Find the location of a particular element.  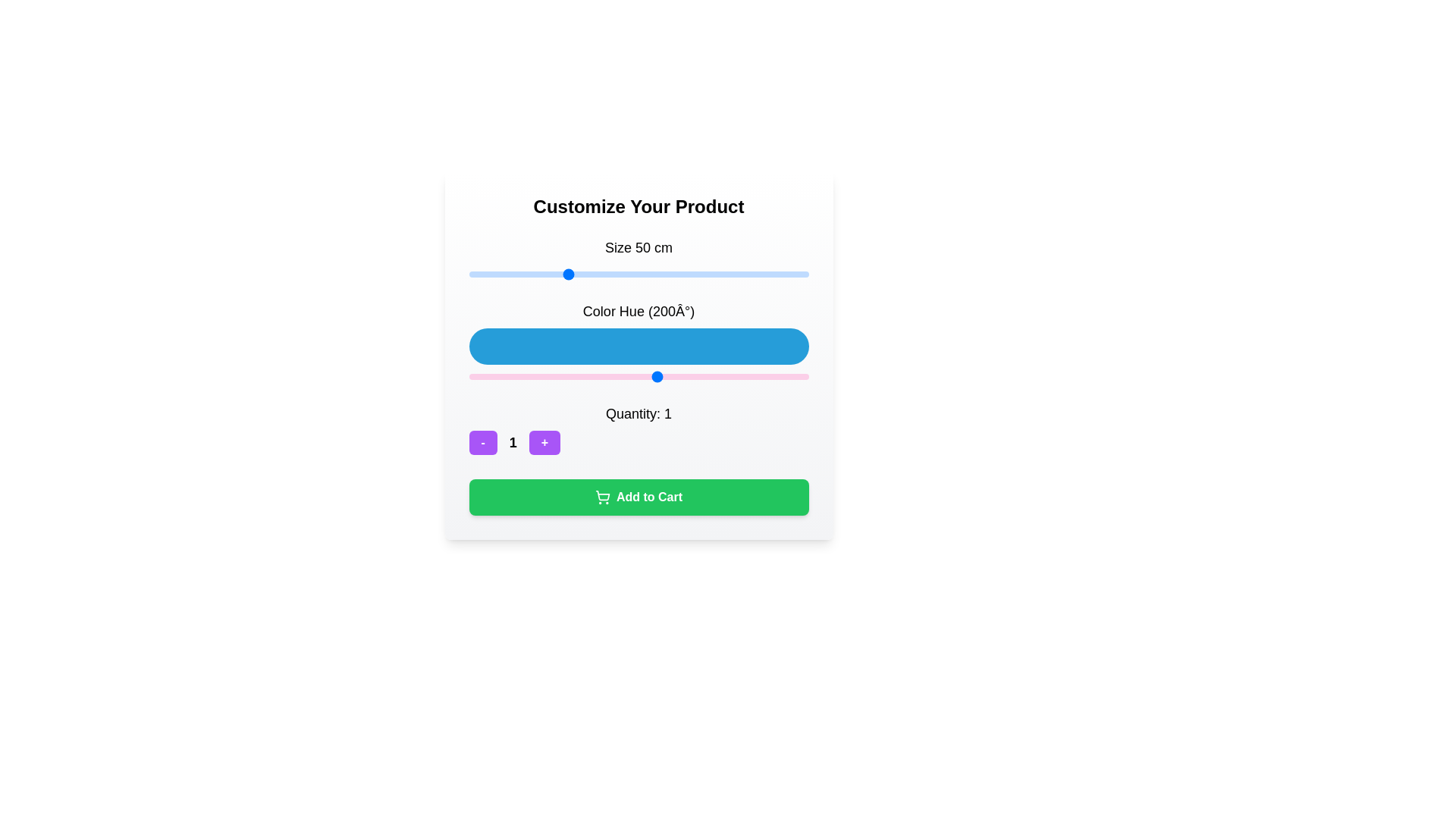

the text label that displays the current quantity value associated with the product selection field, located directly above the decrement and increment controls is located at coordinates (639, 414).